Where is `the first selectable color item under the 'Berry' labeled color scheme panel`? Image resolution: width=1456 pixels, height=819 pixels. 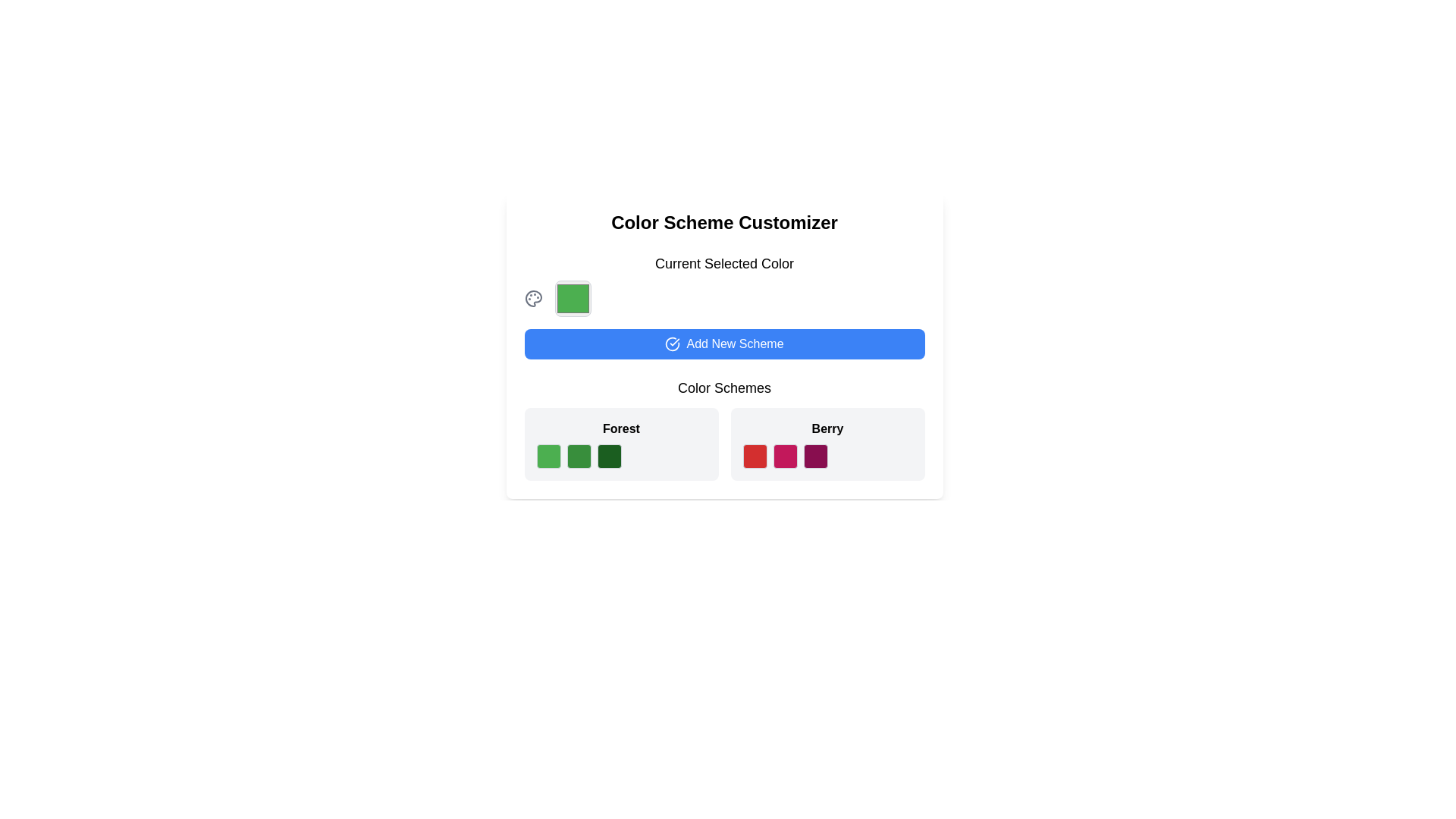 the first selectable color item under the 'Berry' labeled color scheme panel is located at coordinates (755, 455).